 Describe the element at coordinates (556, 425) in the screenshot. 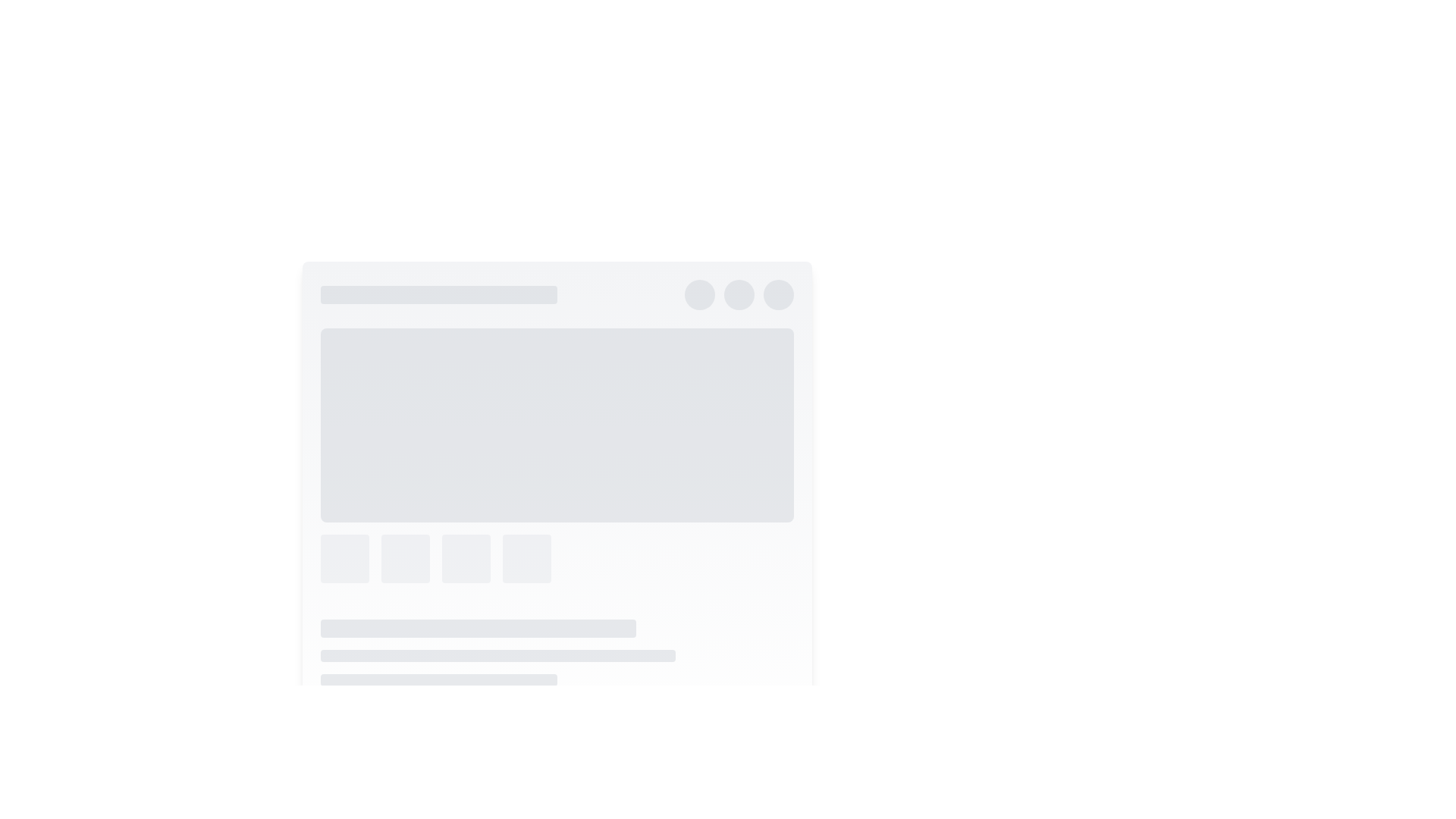

I see `the central loading animation placeholder that spans the majority of its width, positioned above smaller square elements` at that location.